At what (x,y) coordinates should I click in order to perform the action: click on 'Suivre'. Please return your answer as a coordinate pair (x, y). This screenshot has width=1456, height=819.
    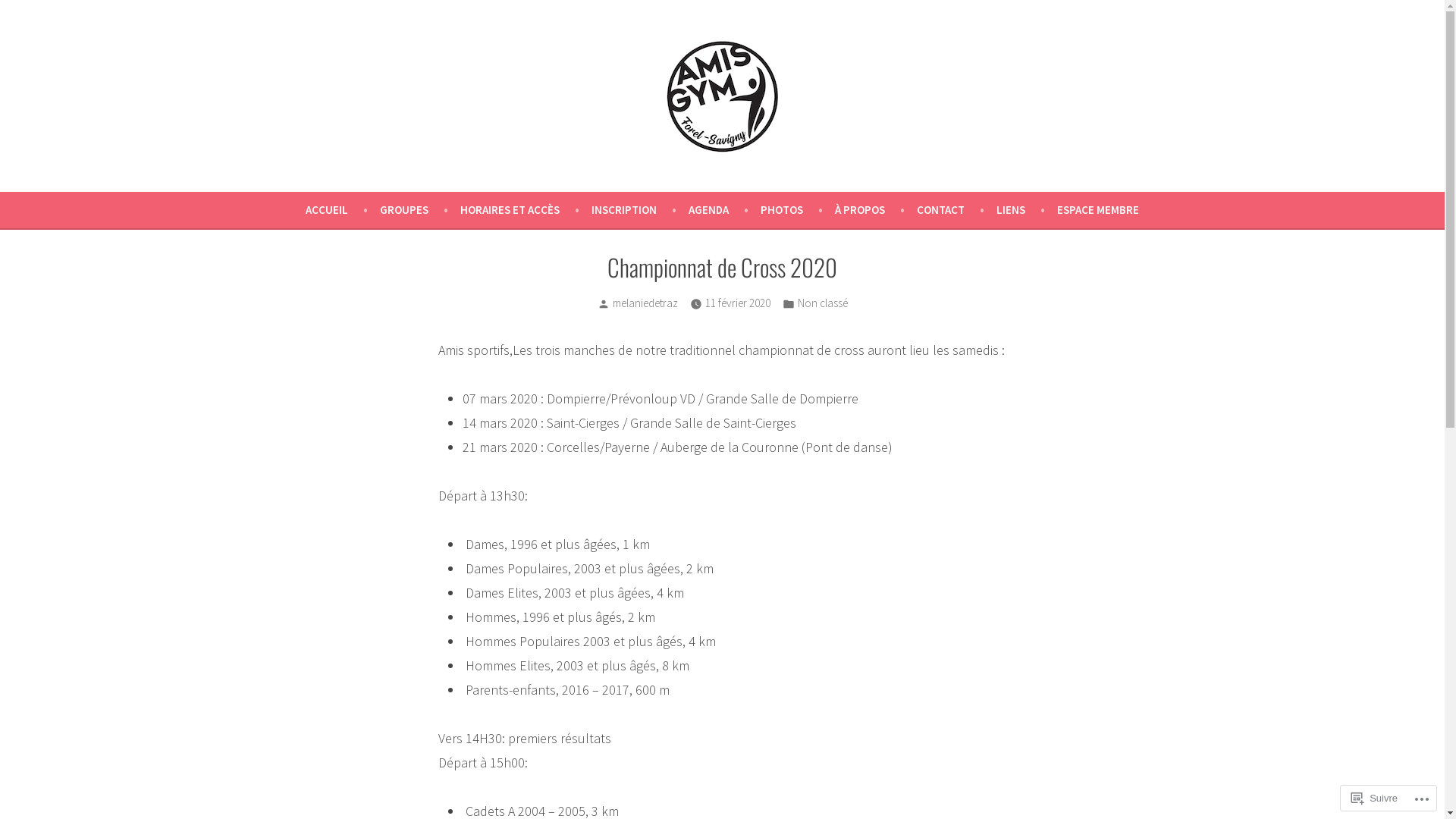
    Looking at the image, I should click on (1345, 797).